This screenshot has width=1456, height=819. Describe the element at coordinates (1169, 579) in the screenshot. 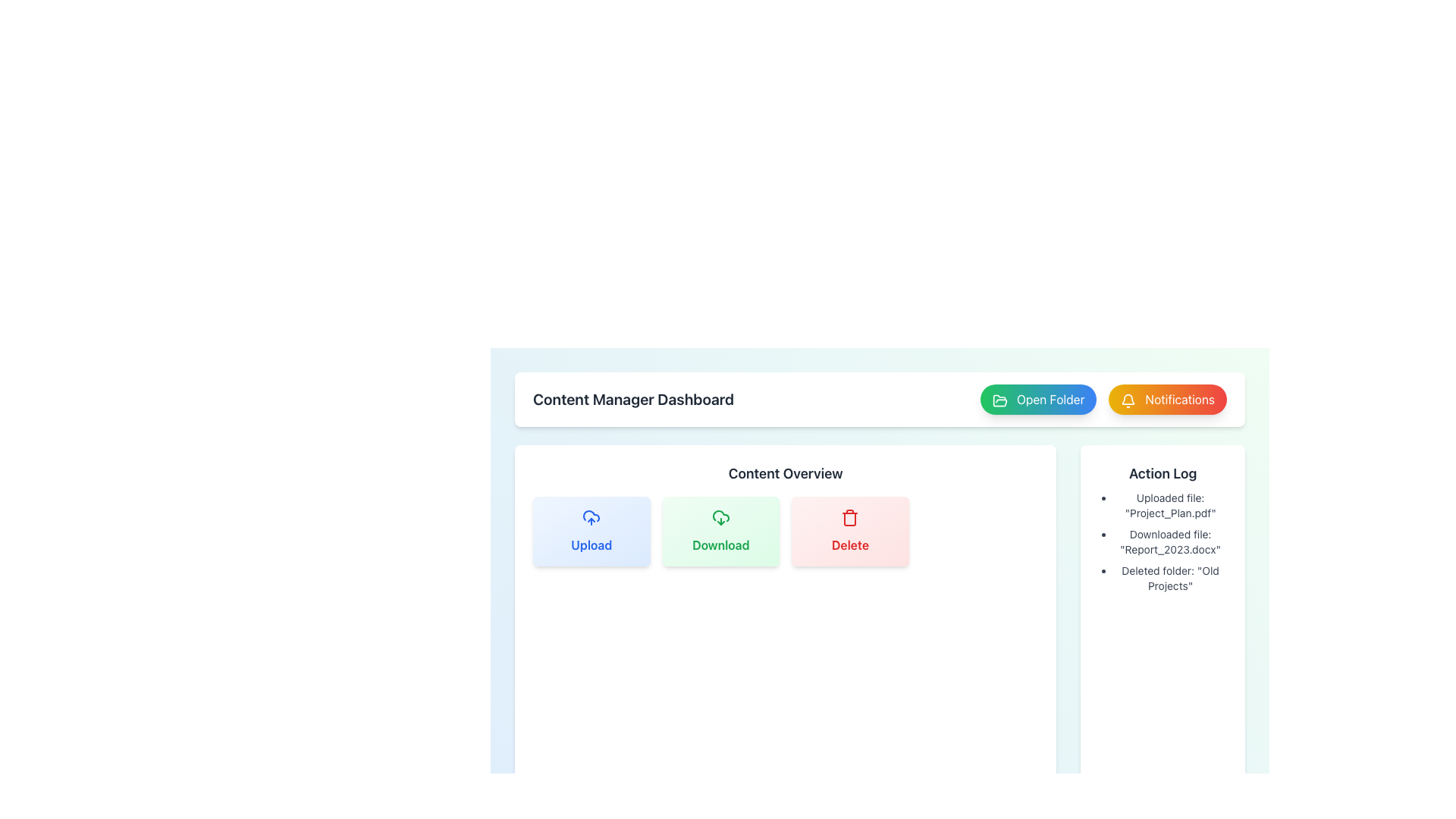

I see `the third item in the 'Action Log' panel which details the deletion of the folder named 'Old Projects'` at that location.